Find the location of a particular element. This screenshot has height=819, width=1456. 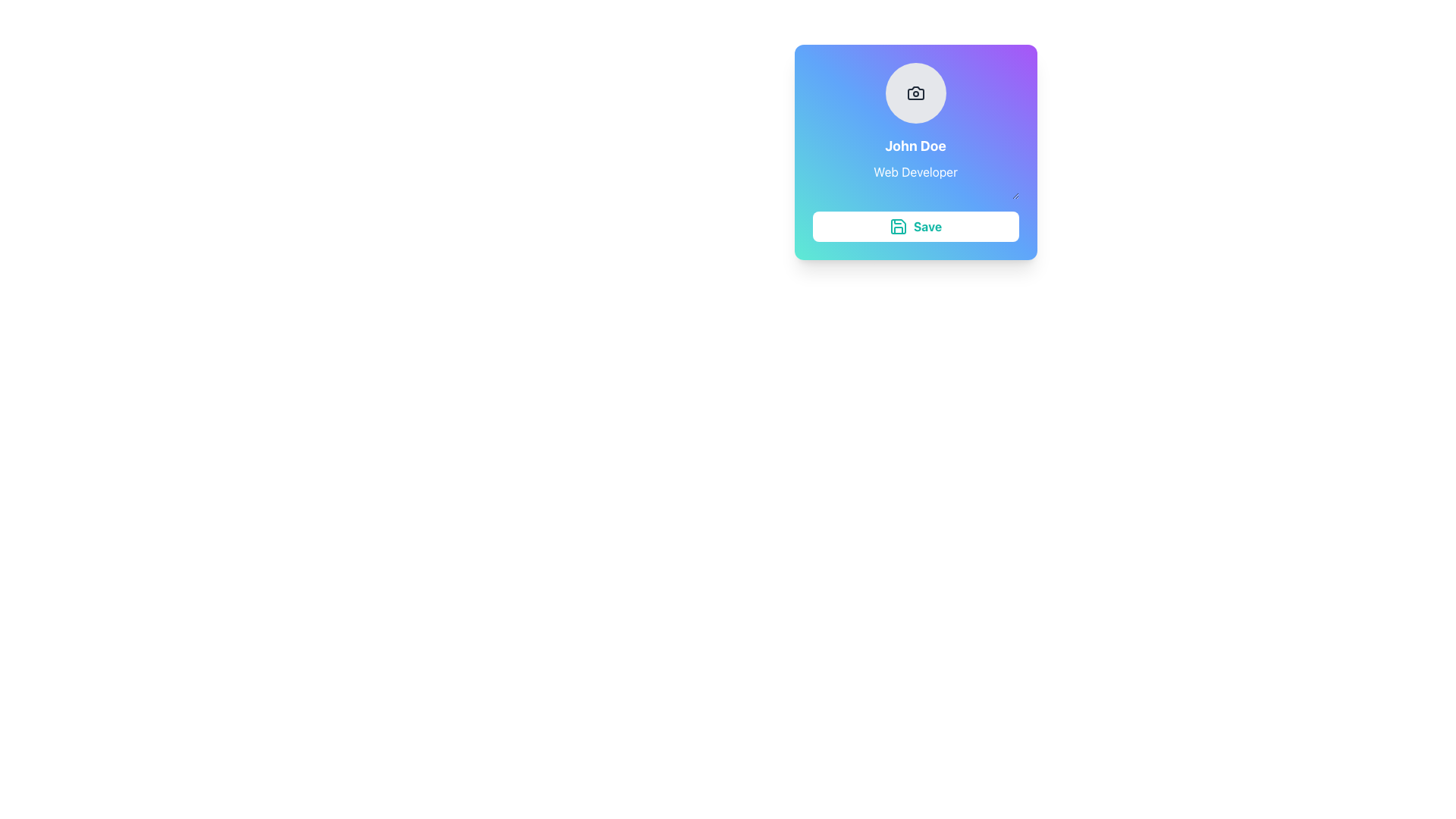

the save icon, which is the leftmost item of the 'Save' button, positioned to the left of the text label 'Save' is located at coordinates (898, 227).